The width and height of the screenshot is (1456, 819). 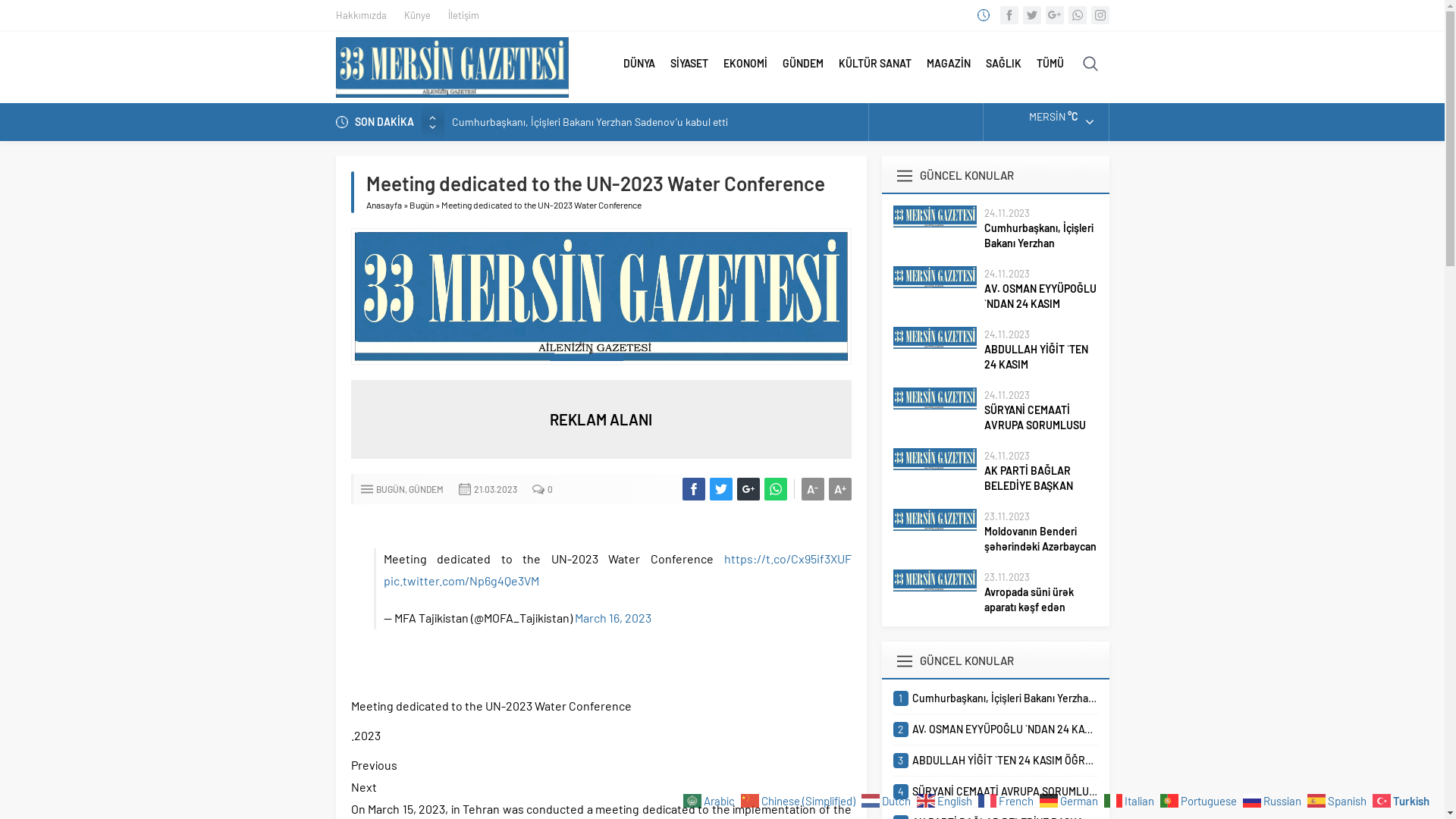 I want to click on 'Arabic', so click(x=682, y=799).